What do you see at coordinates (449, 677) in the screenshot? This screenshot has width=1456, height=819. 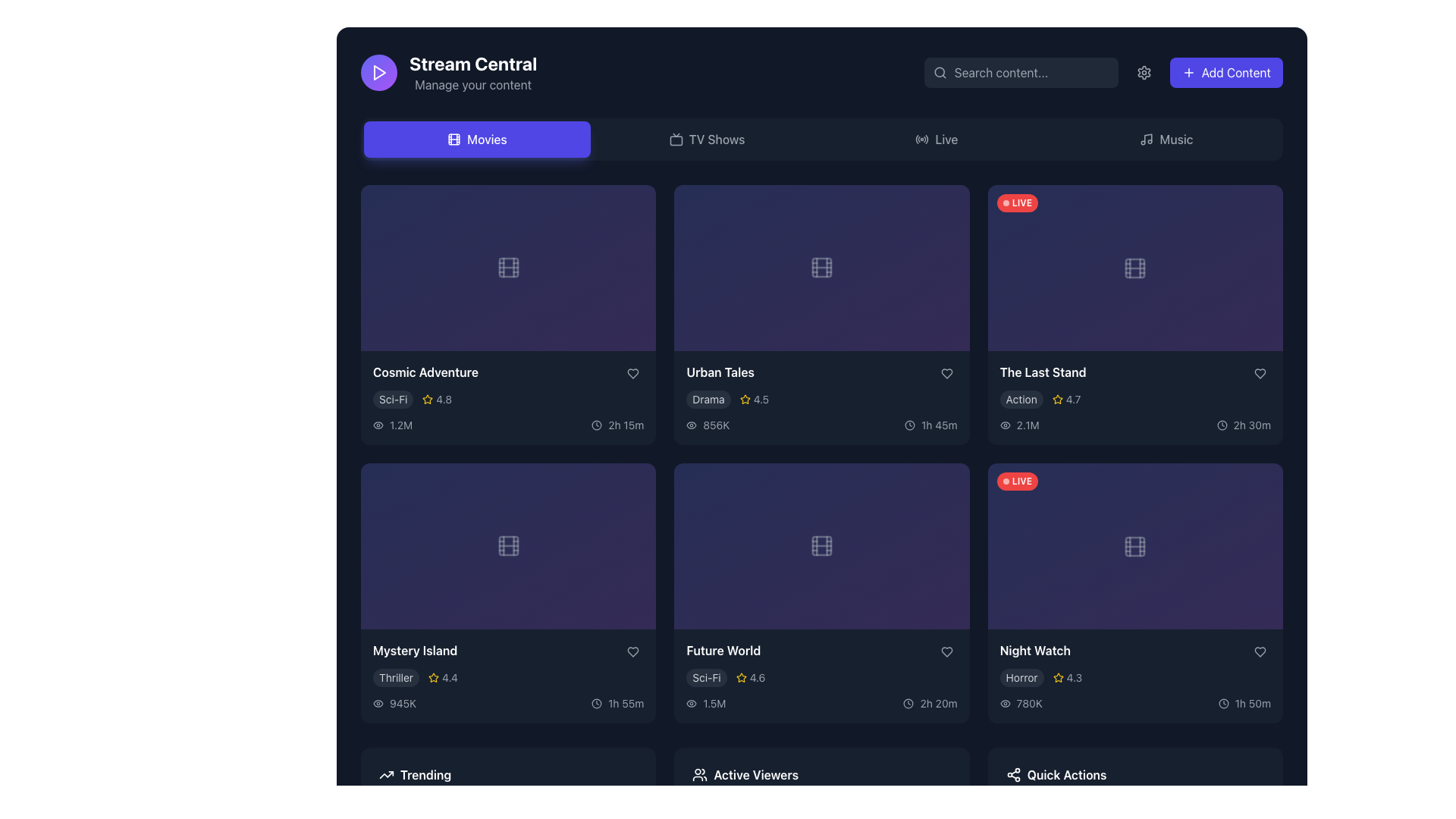 I see `the Text label that represents the user rating of the 'Mystery Island' movie, located to the right of the yellow star icon in the bottom left corner of the movie card` at bounding box center [449, 677].